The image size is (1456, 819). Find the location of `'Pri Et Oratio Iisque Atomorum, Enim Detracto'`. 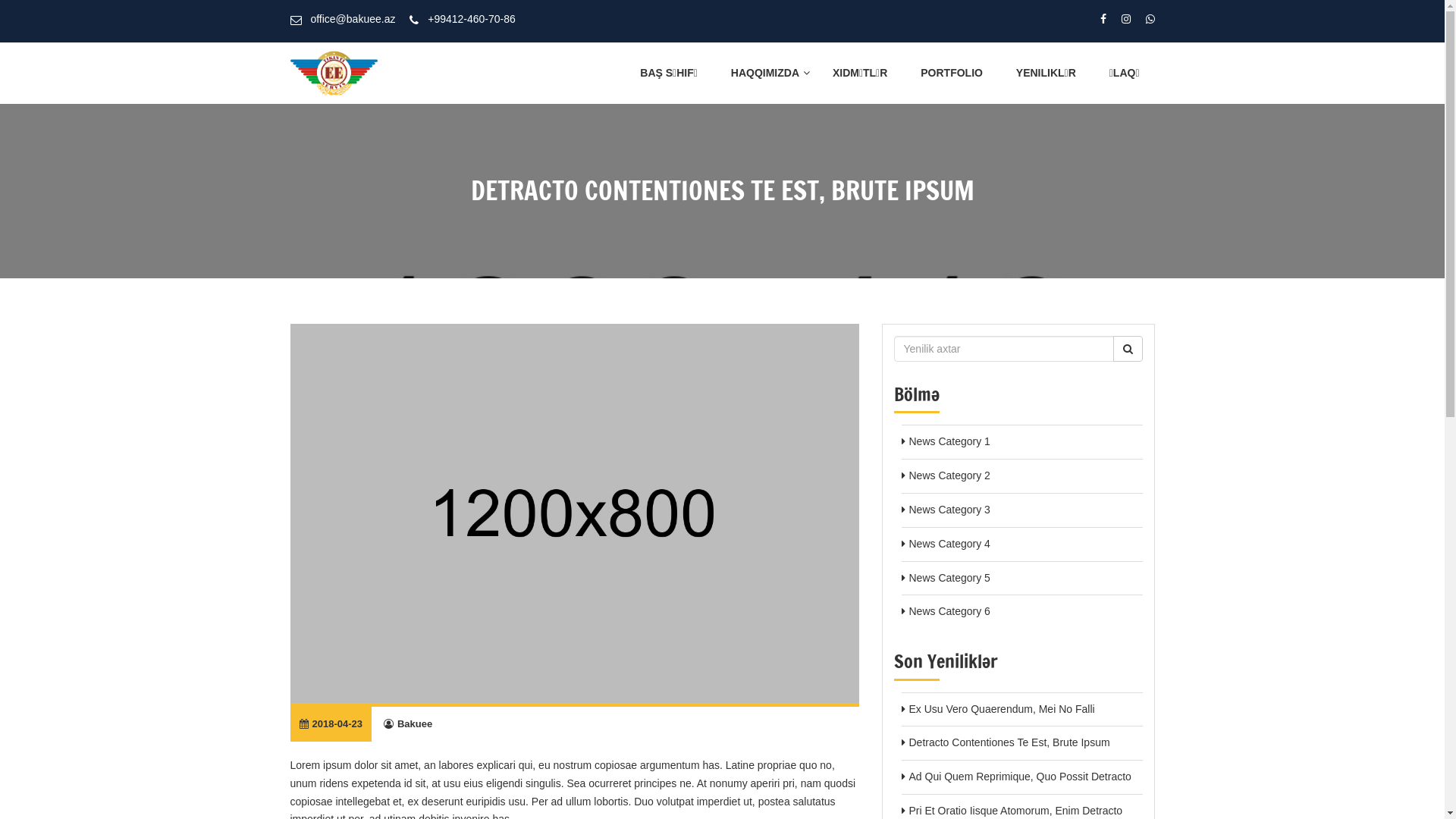

'Pri Et Oratio Iisque Atomorum, Enim Detracto' is located at coordinates (1015, 809).